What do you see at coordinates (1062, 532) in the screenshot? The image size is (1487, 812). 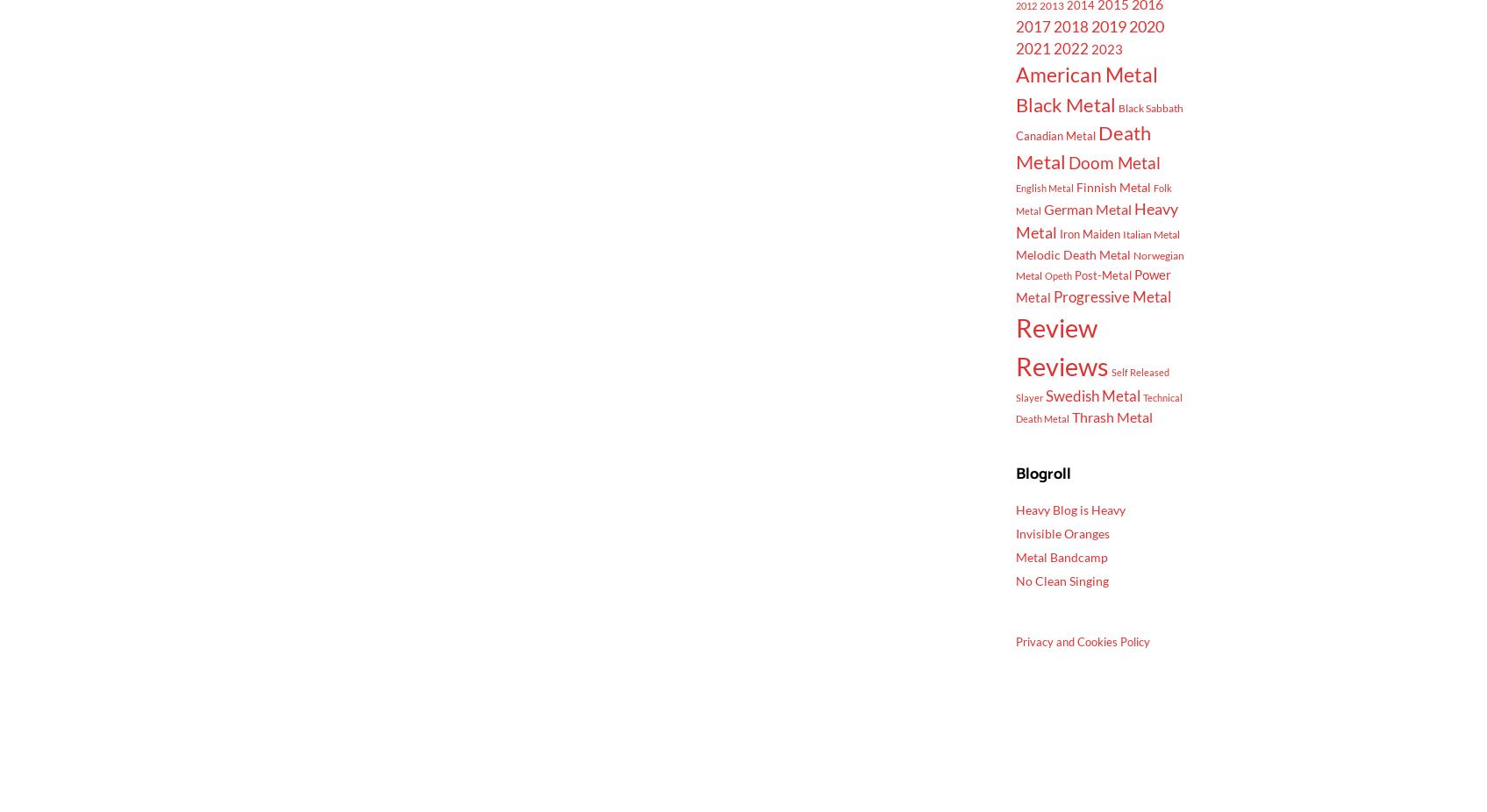 I see `'Invisible Oranges'` at bounding box center [1062, 532].